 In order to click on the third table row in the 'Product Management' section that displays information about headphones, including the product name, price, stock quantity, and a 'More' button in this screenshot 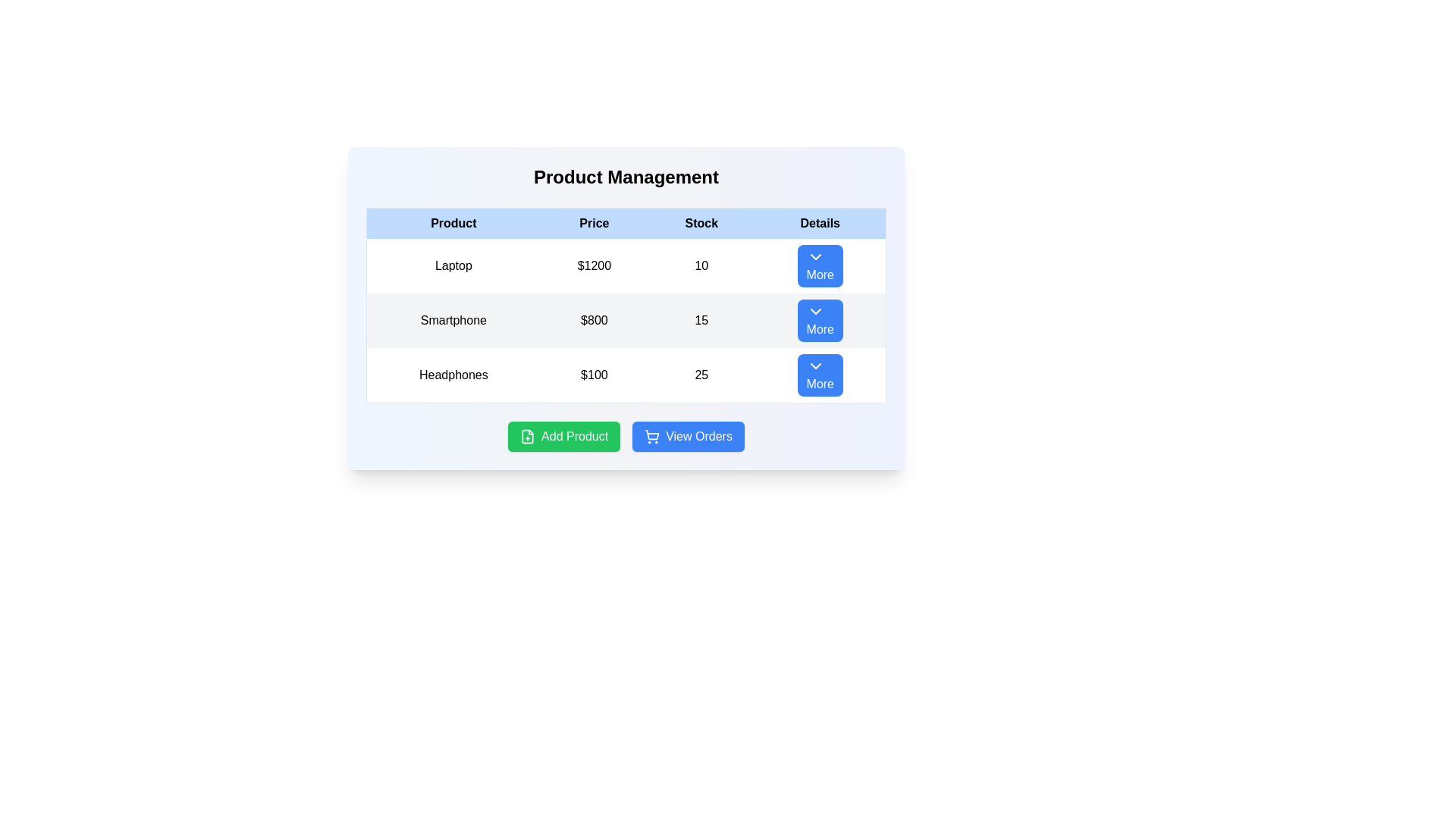, I will do `click(626, 375)`.